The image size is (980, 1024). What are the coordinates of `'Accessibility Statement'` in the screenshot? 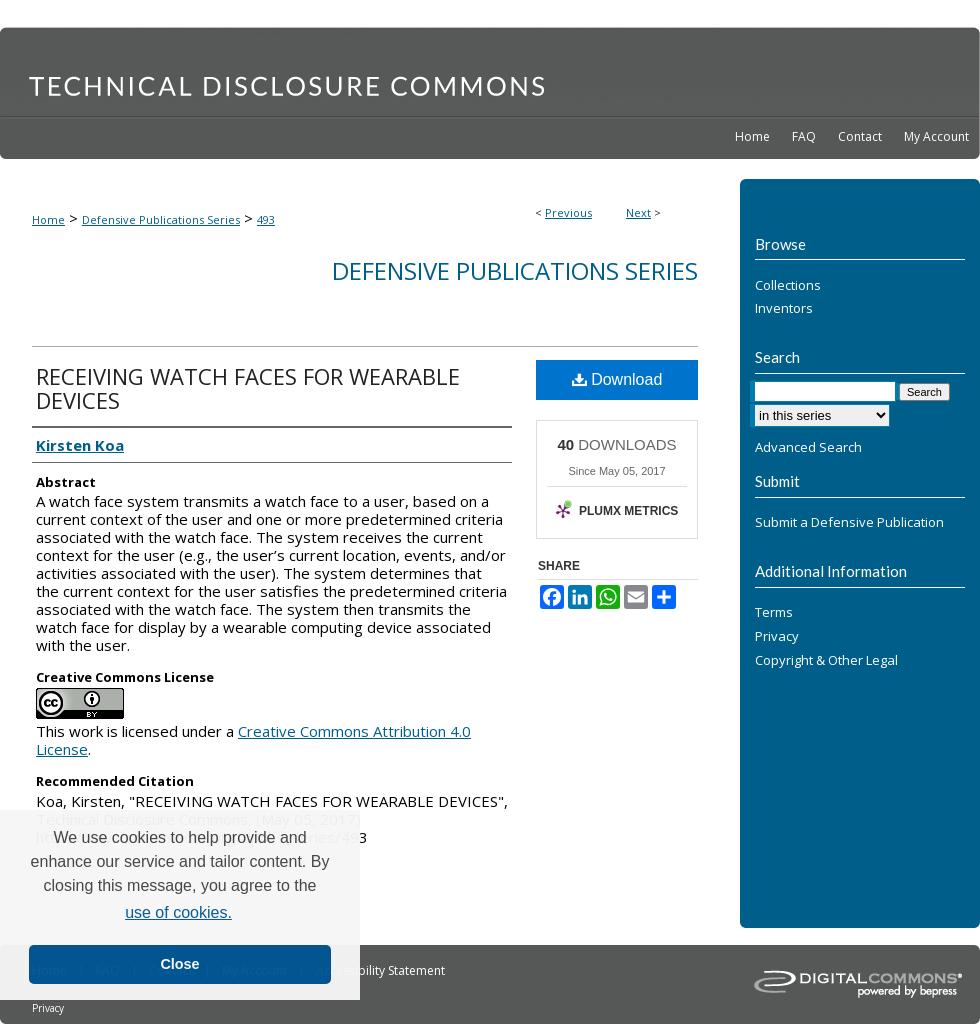 It's located at (380, 969).